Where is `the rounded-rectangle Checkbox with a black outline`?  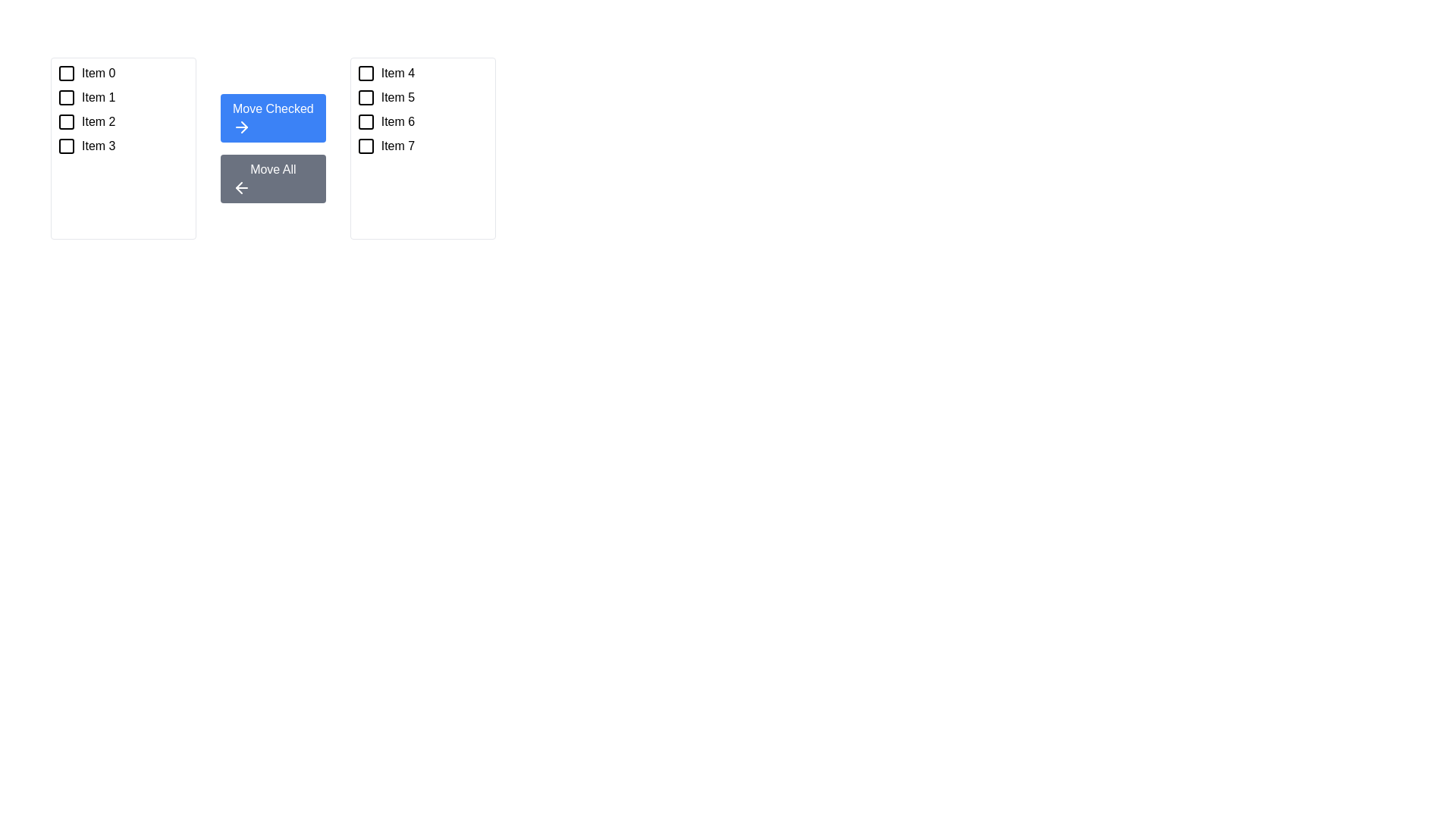
the rounded-rectangle Checkbox with a black outline is located at coordinates (366, 73).